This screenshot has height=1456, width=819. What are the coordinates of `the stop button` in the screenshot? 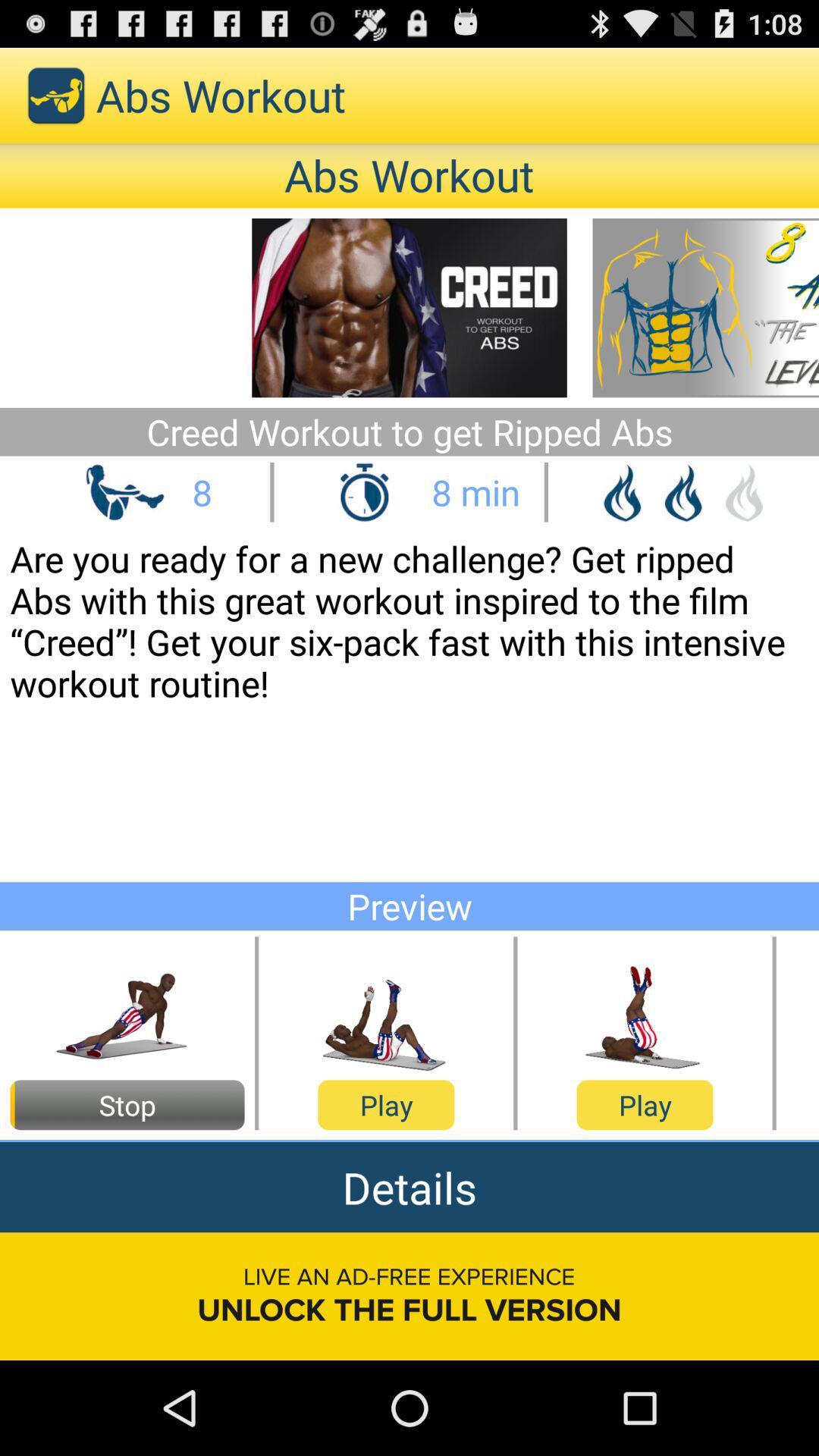 It's located at (127, 1105).